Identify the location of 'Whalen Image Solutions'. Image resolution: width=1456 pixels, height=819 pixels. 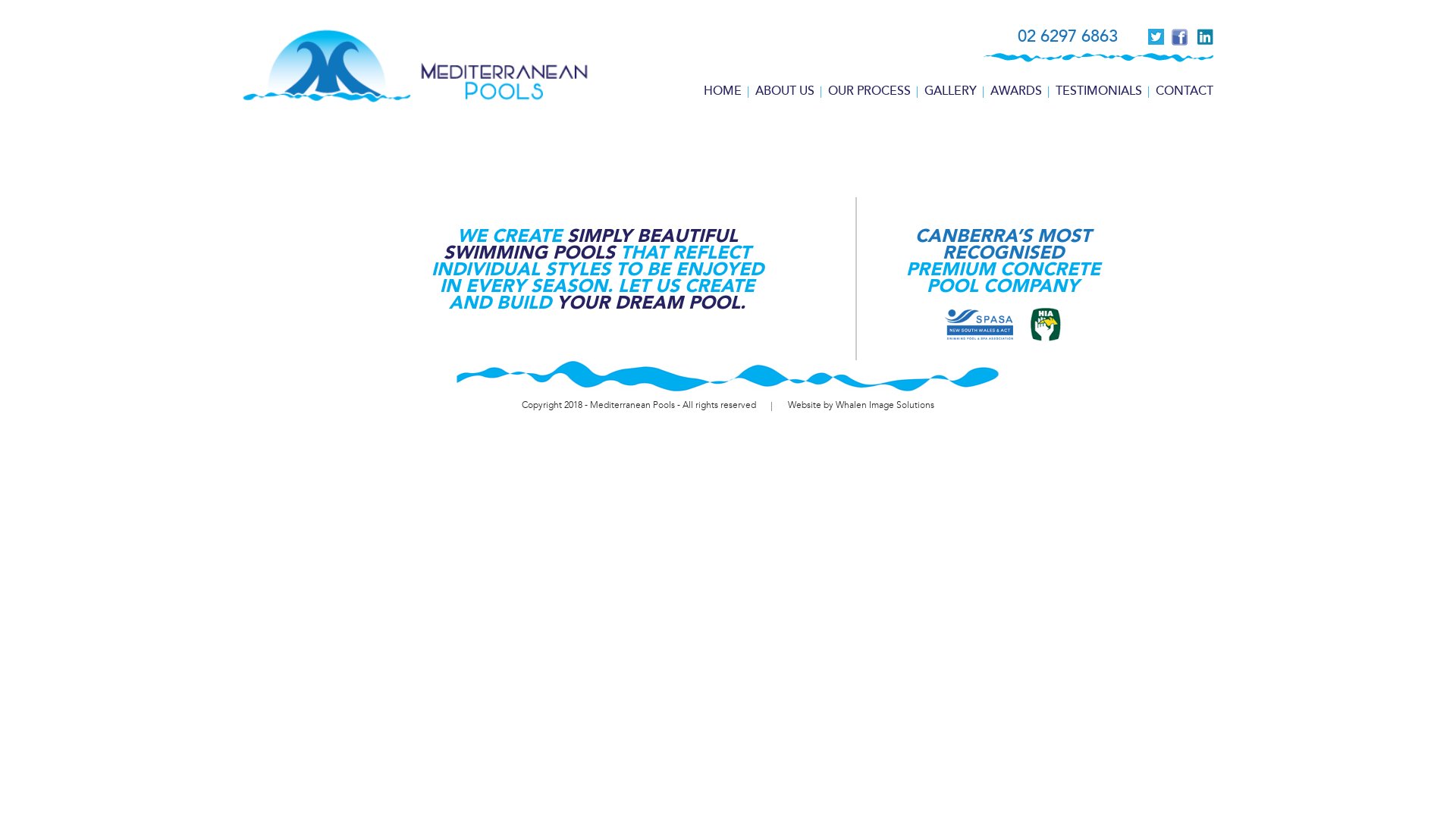
(835, 403).